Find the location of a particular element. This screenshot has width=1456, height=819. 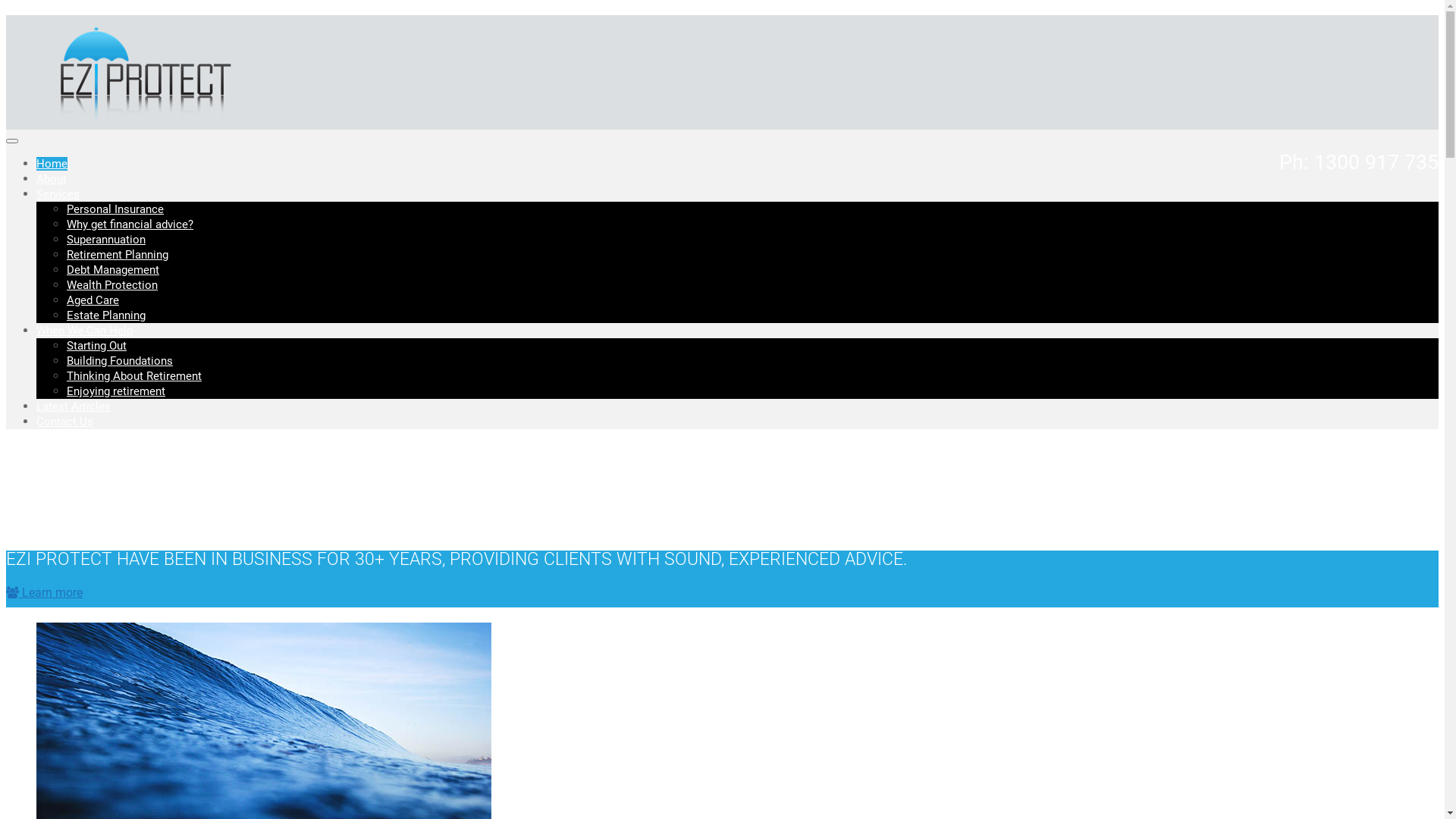

'Retirement Planning' is located at coordinates (65, 253).